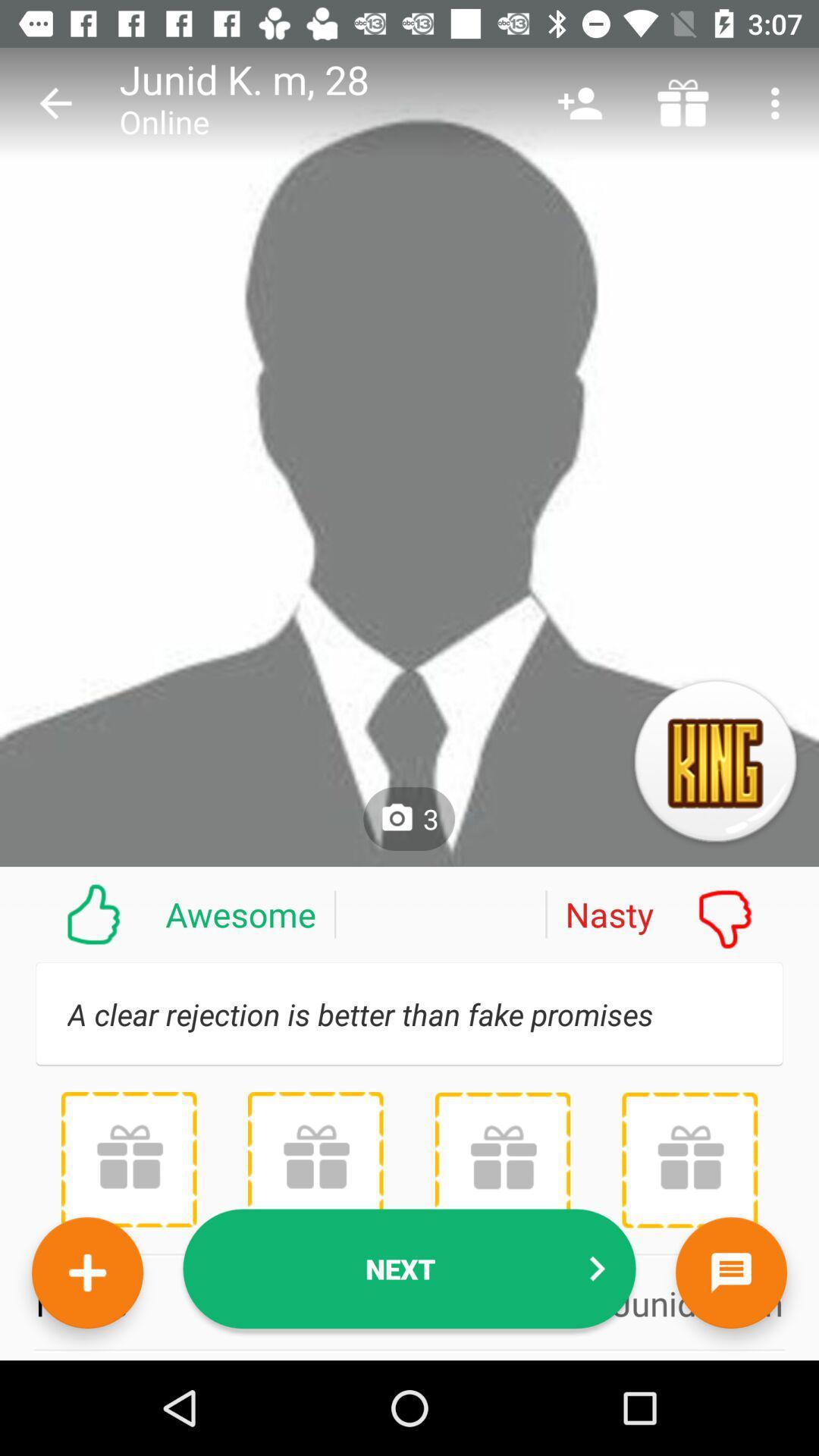  What do you see at coordinates (315, 1159) in the screenshot?
I see `gift coupon` at bounding box center [315, 1159].